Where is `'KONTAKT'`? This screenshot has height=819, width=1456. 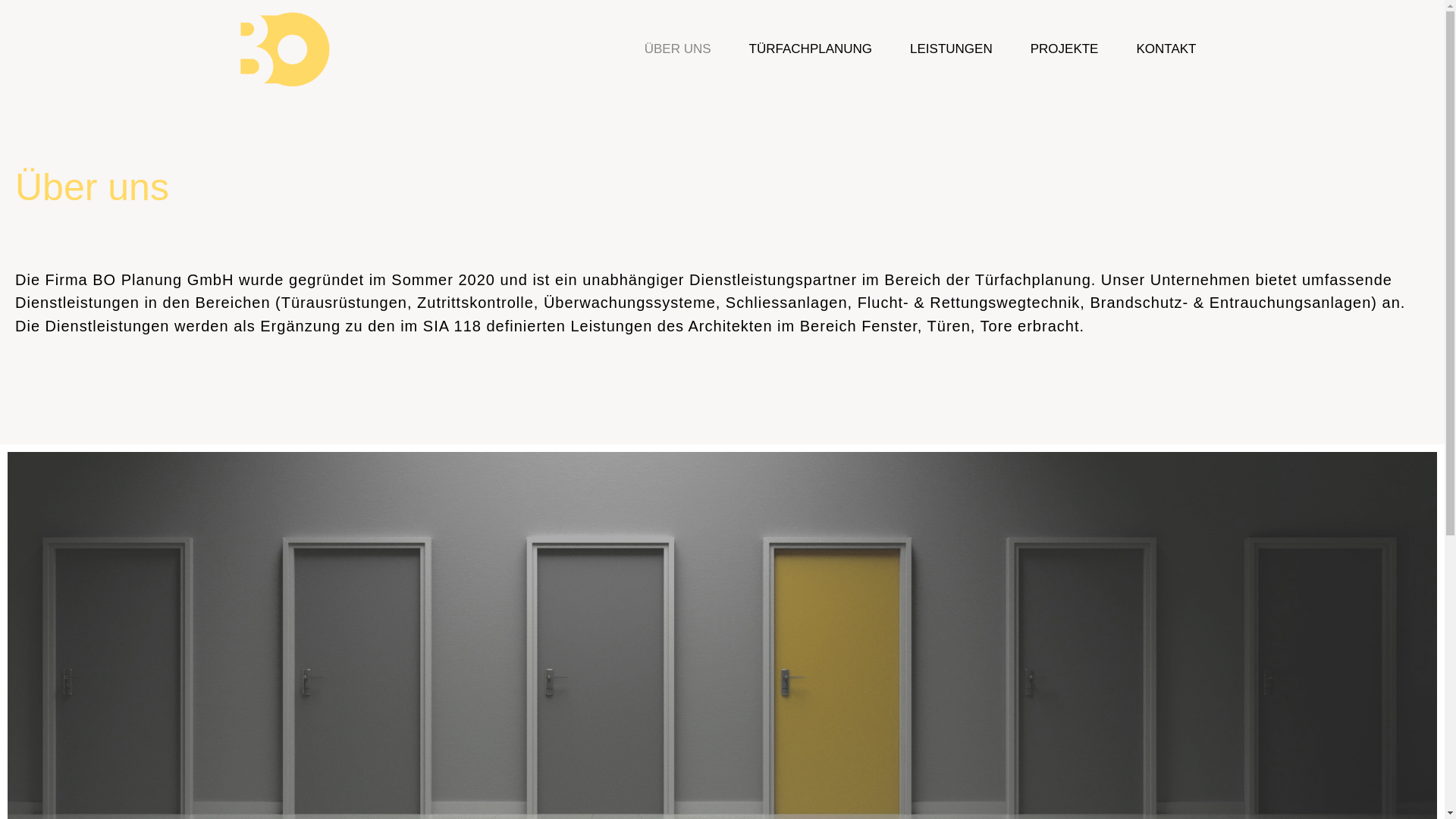
'KONTAKT' is located at coordinates (1165, 49).